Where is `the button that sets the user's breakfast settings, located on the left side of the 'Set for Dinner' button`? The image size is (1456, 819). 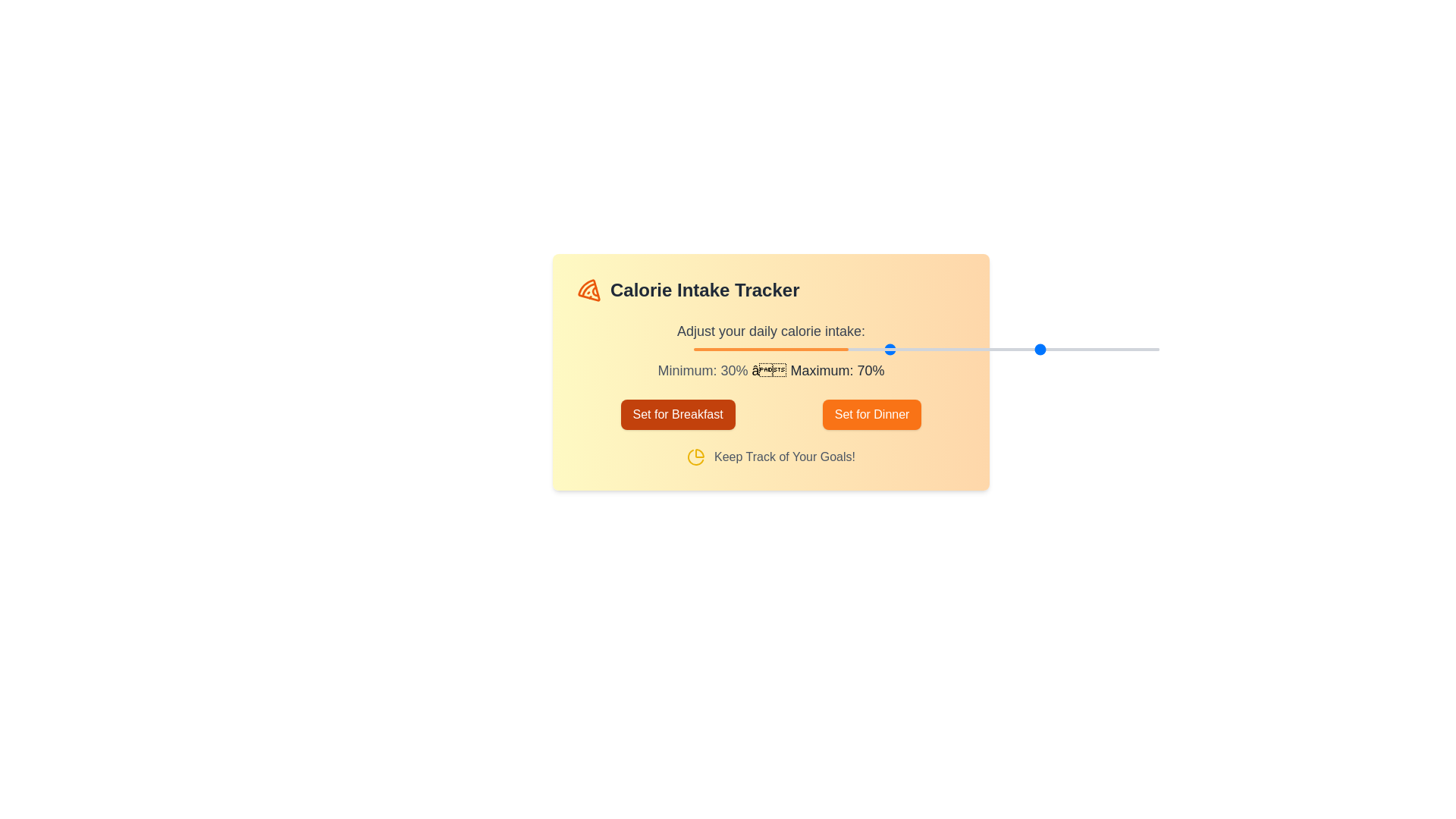
the button that sets the user's breakfast settings, located on the left side of the 'Set for Dinner' button is located at coordinates (677, 415).